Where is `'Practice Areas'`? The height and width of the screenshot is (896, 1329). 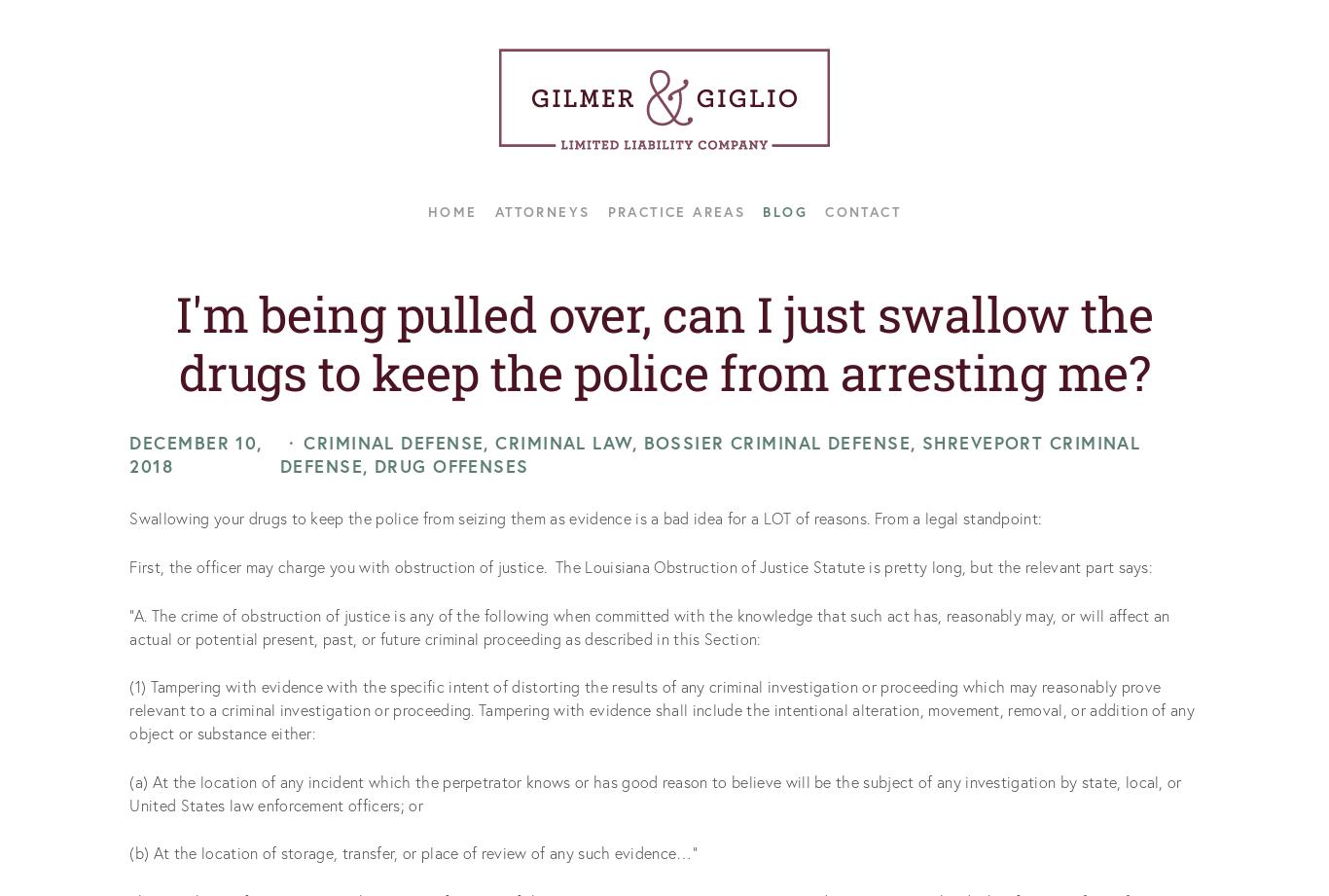
'Practice Areas' is located at coordinates (676, 210).